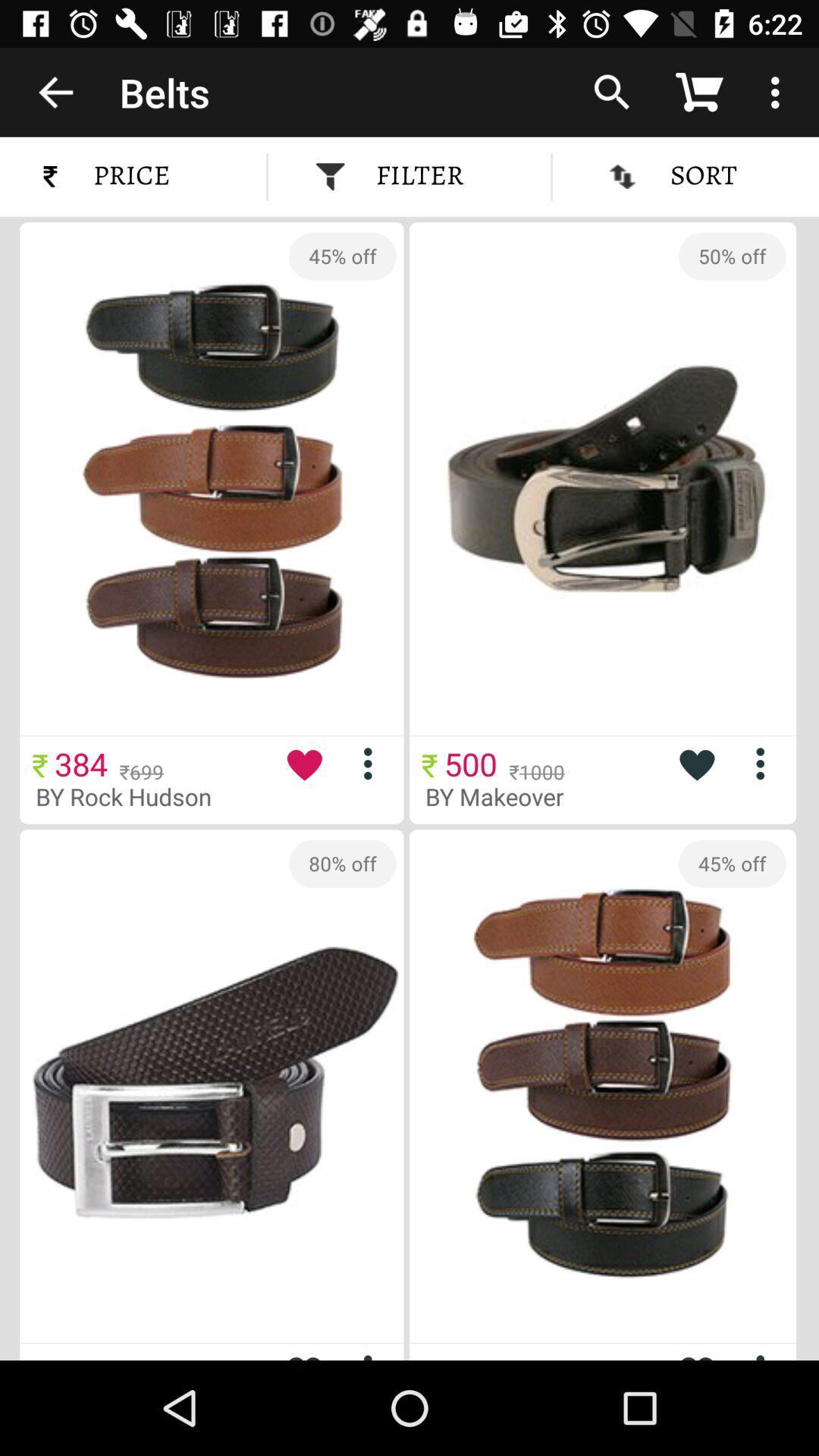  Describe the element at coordinates (610, 91) in the screenshot. I see `the icon to the right of filter item` at that location.